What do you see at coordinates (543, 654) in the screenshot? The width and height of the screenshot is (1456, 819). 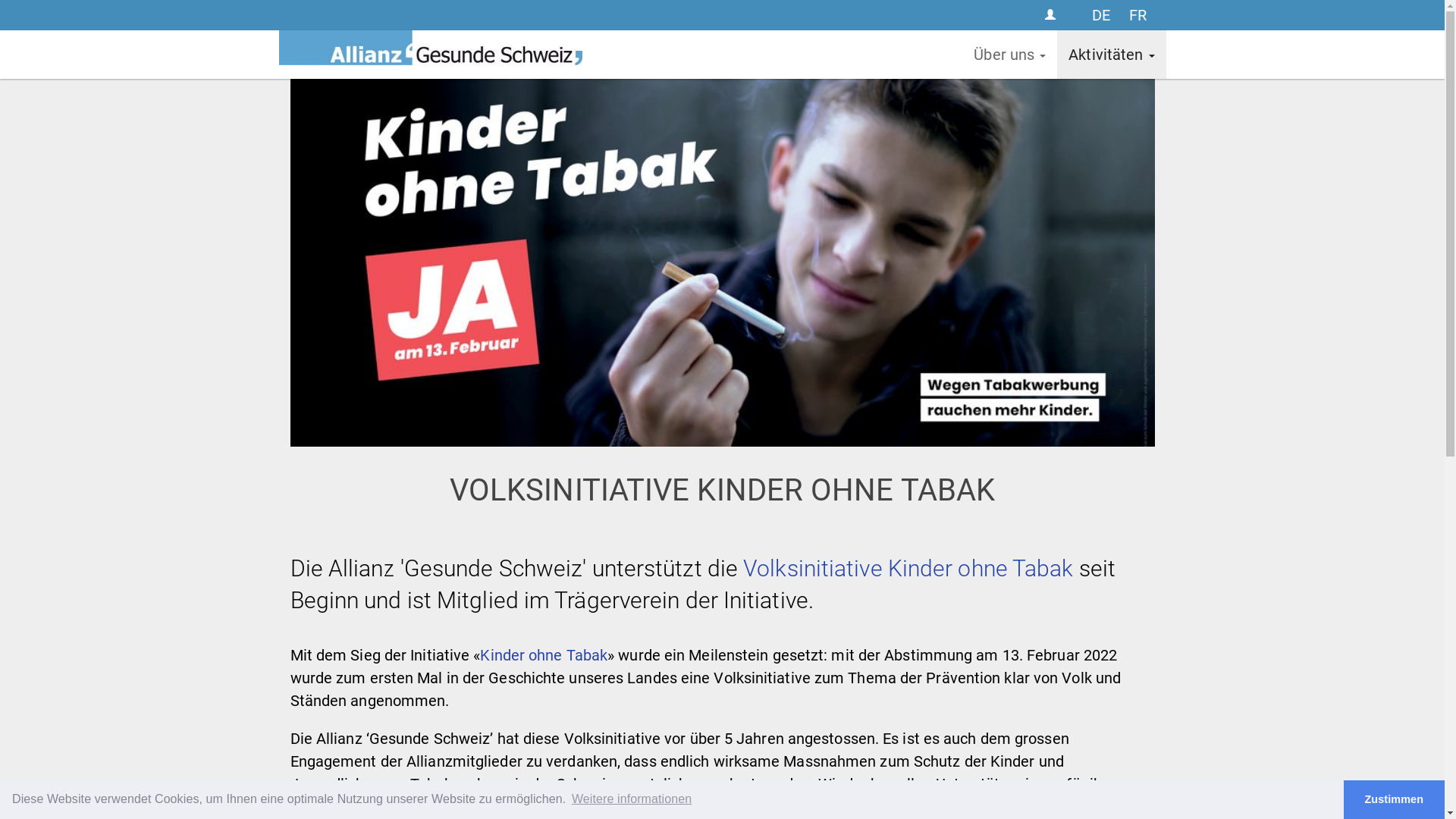 I see `'Kinder ohne Tabak'` at bounding box center [543, 654].